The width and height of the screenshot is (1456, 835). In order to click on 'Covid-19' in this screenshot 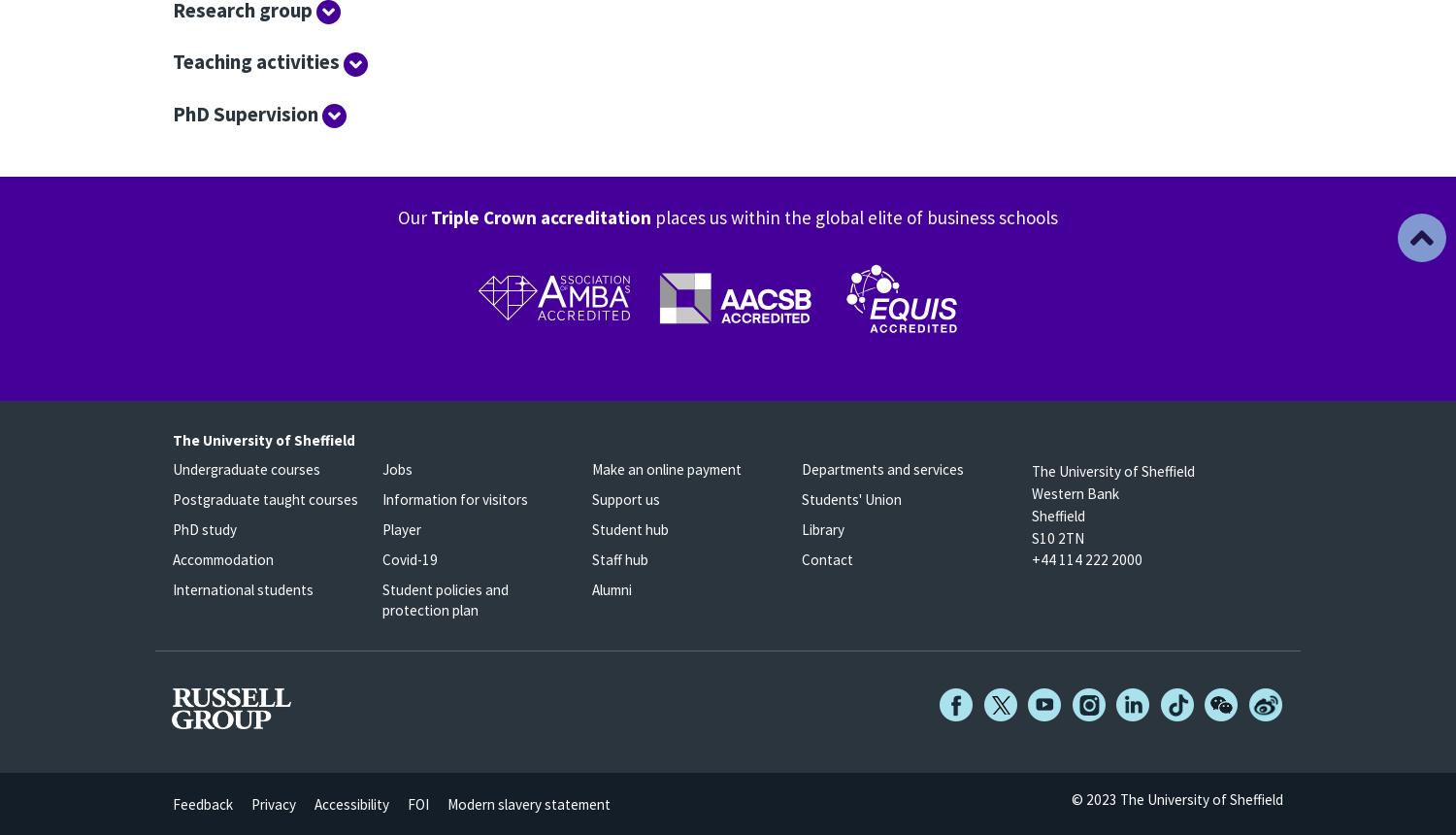, I will do `click(381, 558)`.